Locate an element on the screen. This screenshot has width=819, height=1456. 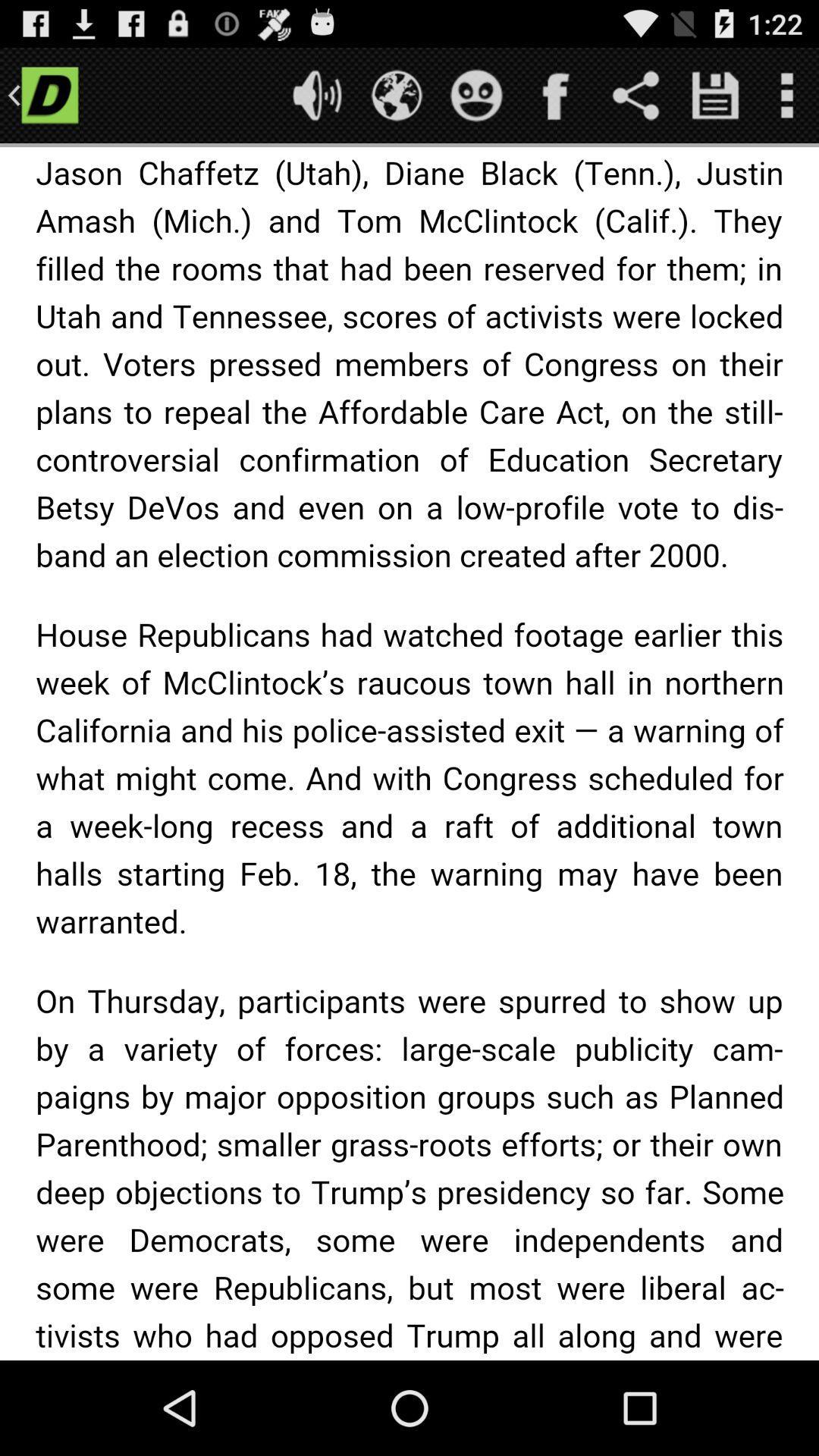
article is located at coordinates (409, 754).